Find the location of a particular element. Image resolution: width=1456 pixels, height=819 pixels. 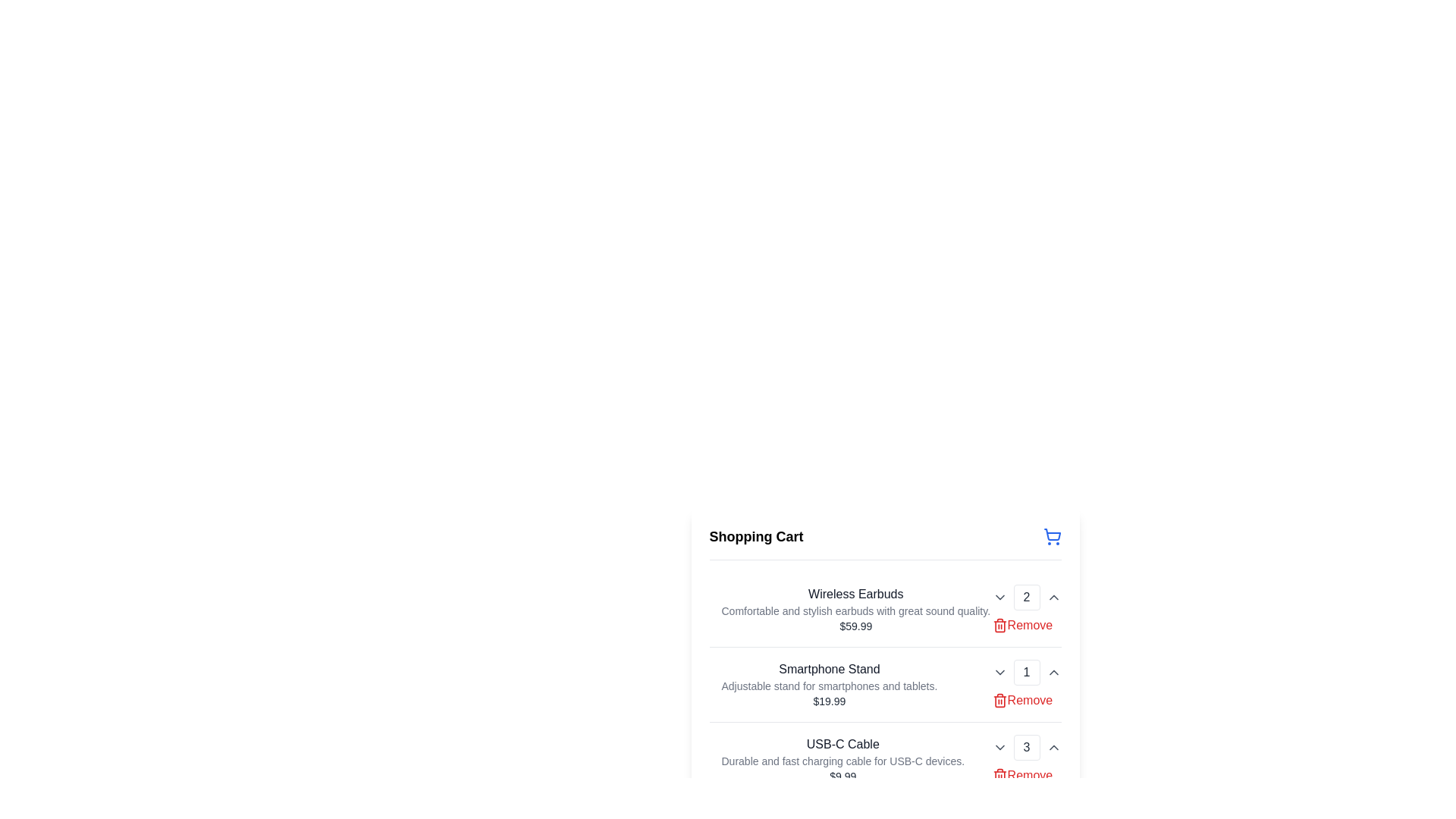

the price text element that represents the cost of the product in the shopping cart, located beneath the description 'Comfortable and stylish earbuds with great sound quality.' is located at coordinates (855, 626).